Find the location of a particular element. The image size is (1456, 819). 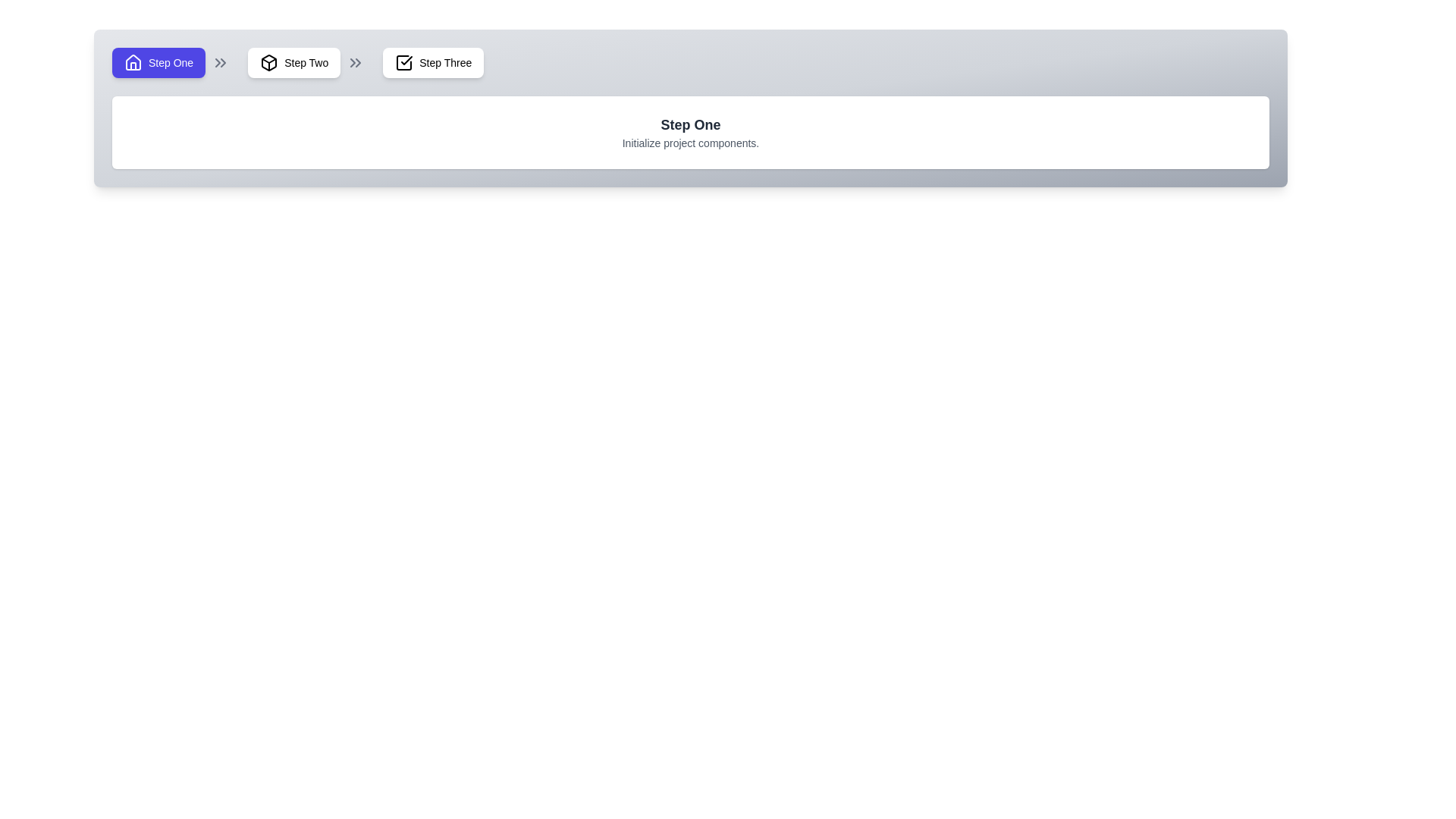

the navigation icon located between 'Step Two' and 'Step Three' in the navigation bar to indicate progression is located at coordinates (355, 62).